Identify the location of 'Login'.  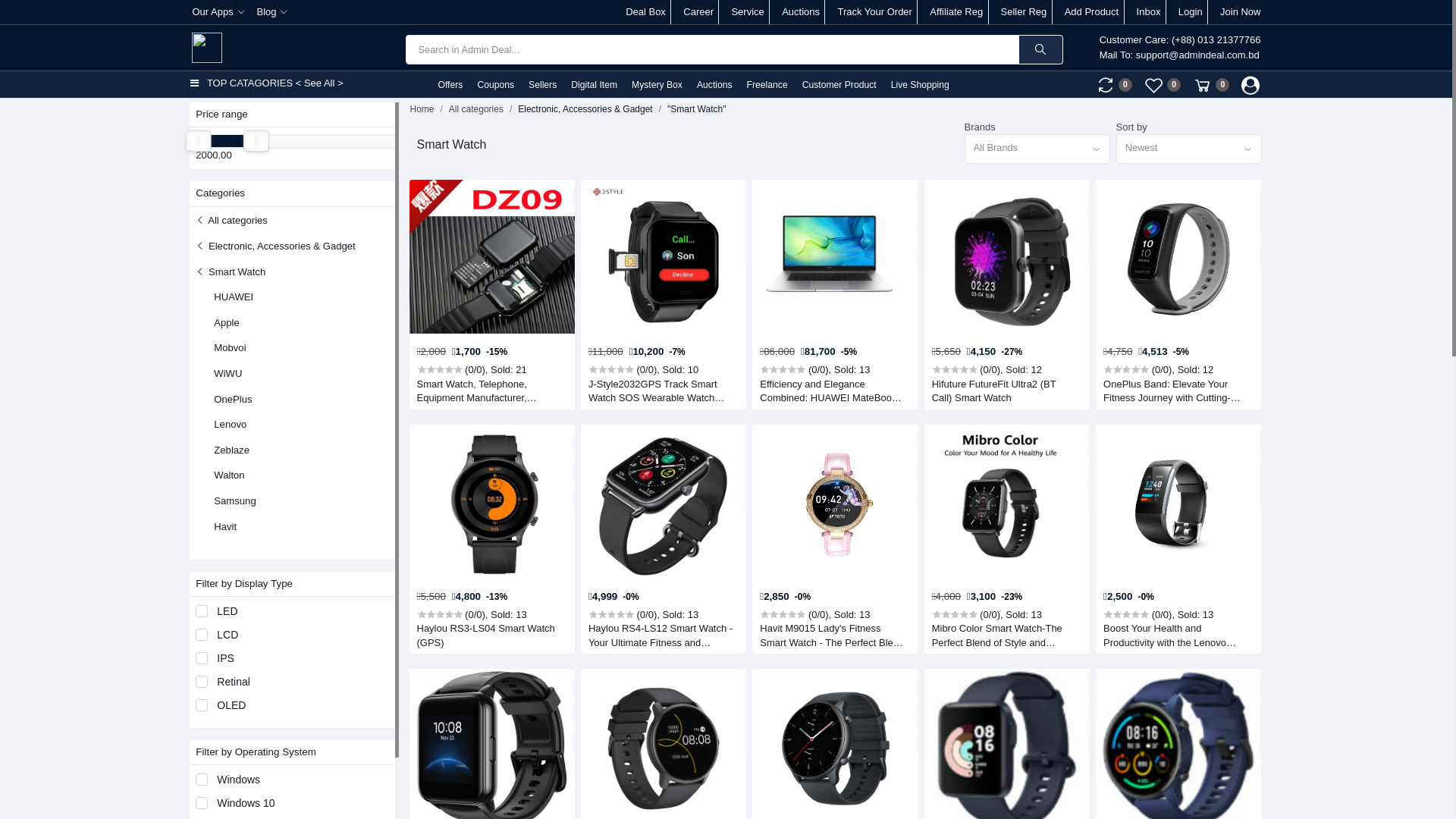
(1189, 11).